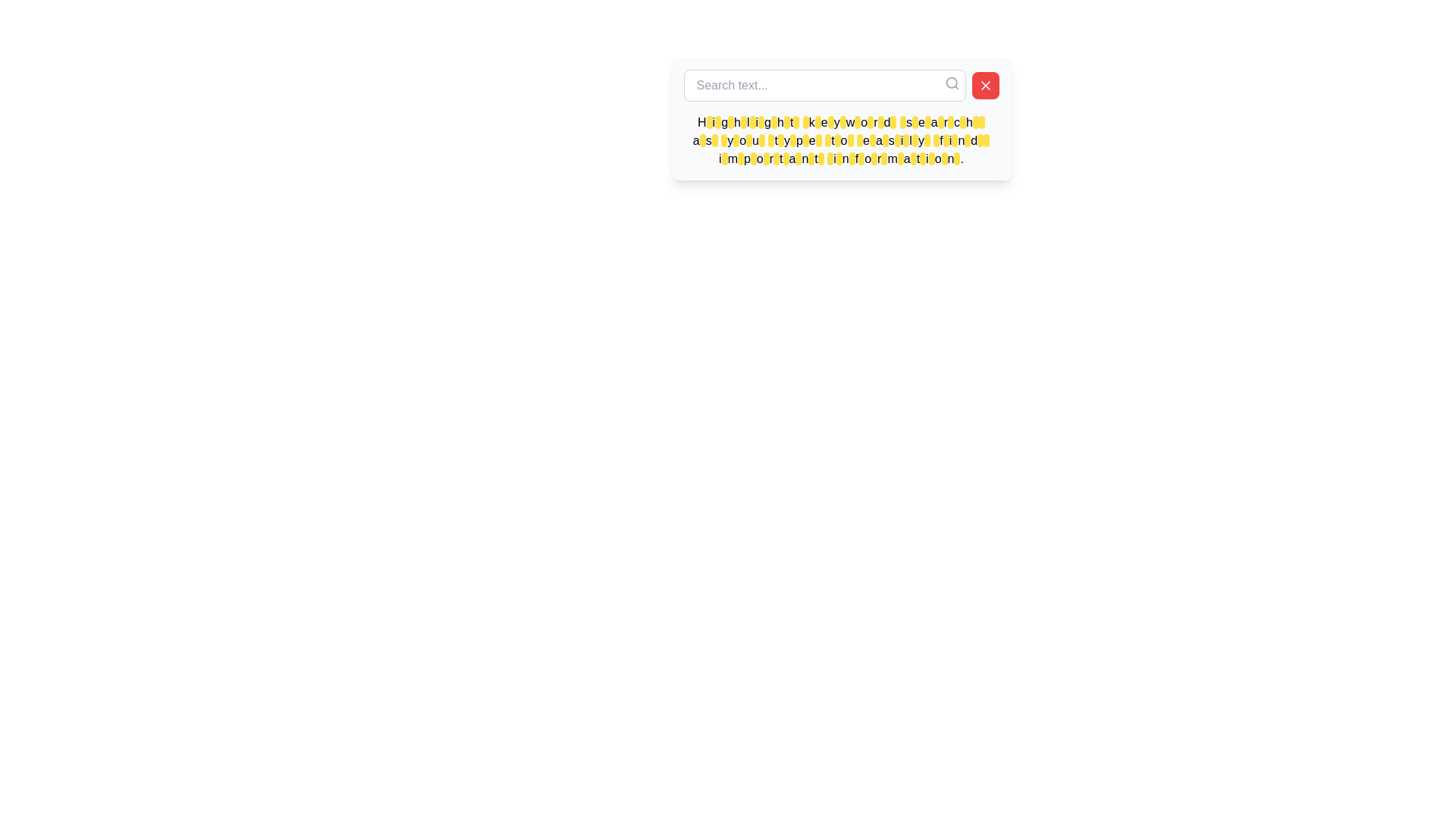 The image size is (1456, 819). Describe the element at coordinates (743, 121) in the screenshot. I see `the visual highlight for the word 'Highlight' in the fourth segment of the text, which serves as a visual marker for emphasis` at that location.